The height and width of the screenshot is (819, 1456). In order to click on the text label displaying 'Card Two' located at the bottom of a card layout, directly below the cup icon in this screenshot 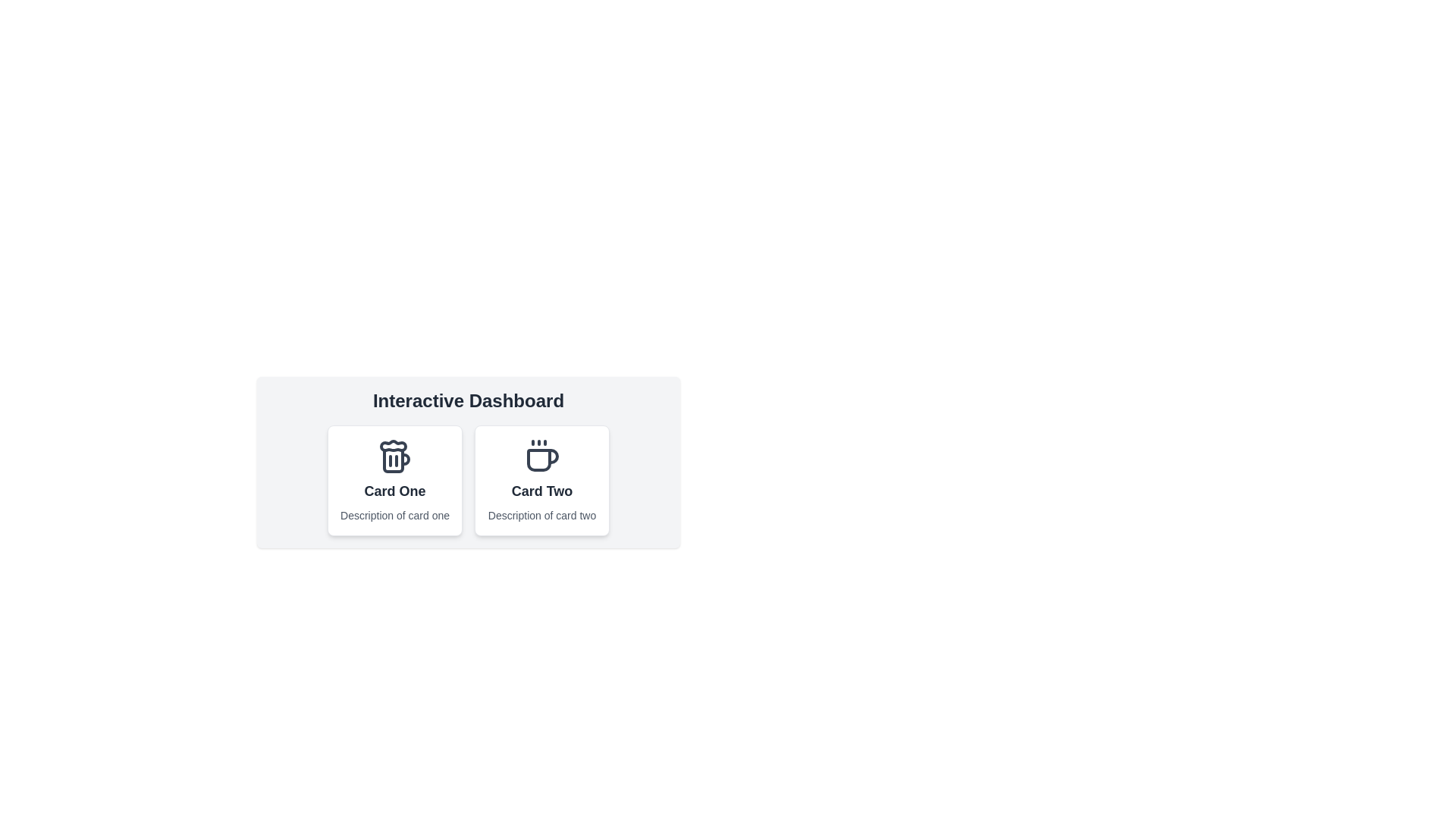, I will do `click(542, 491)`.